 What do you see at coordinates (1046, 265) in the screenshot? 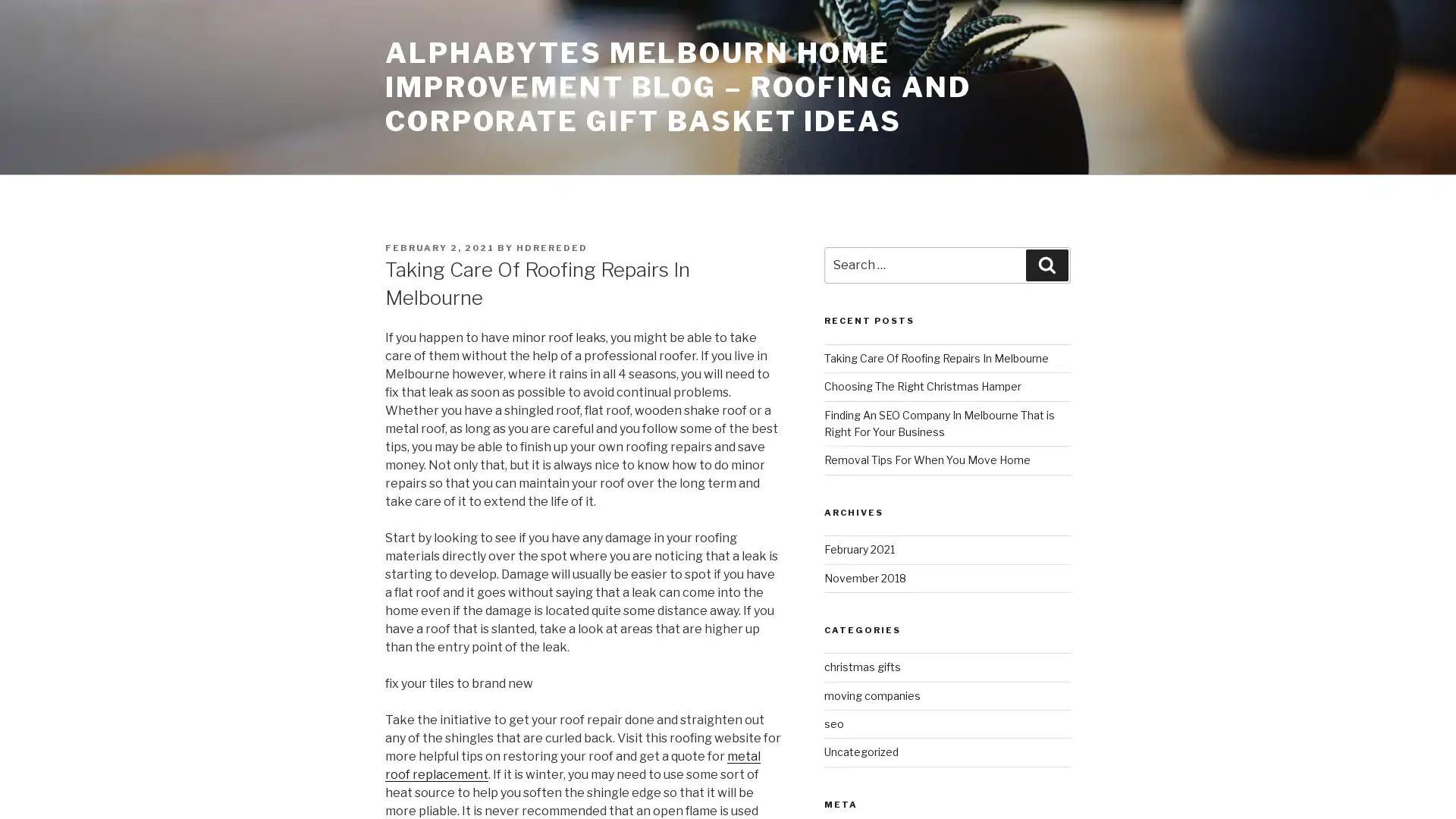
I see `Search` at bounding box center [1046, 265].